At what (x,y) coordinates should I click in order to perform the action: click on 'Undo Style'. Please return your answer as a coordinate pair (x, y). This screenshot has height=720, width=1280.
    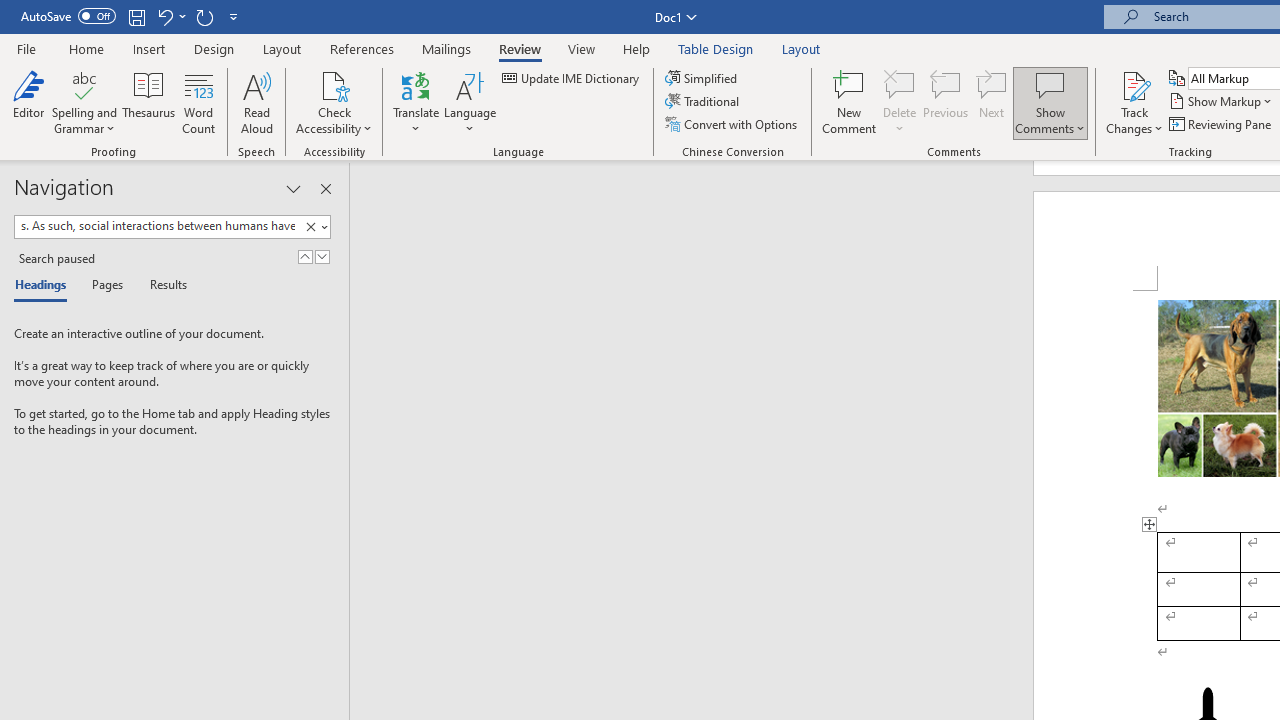
    Looking at the image, I should click on (170, 16).